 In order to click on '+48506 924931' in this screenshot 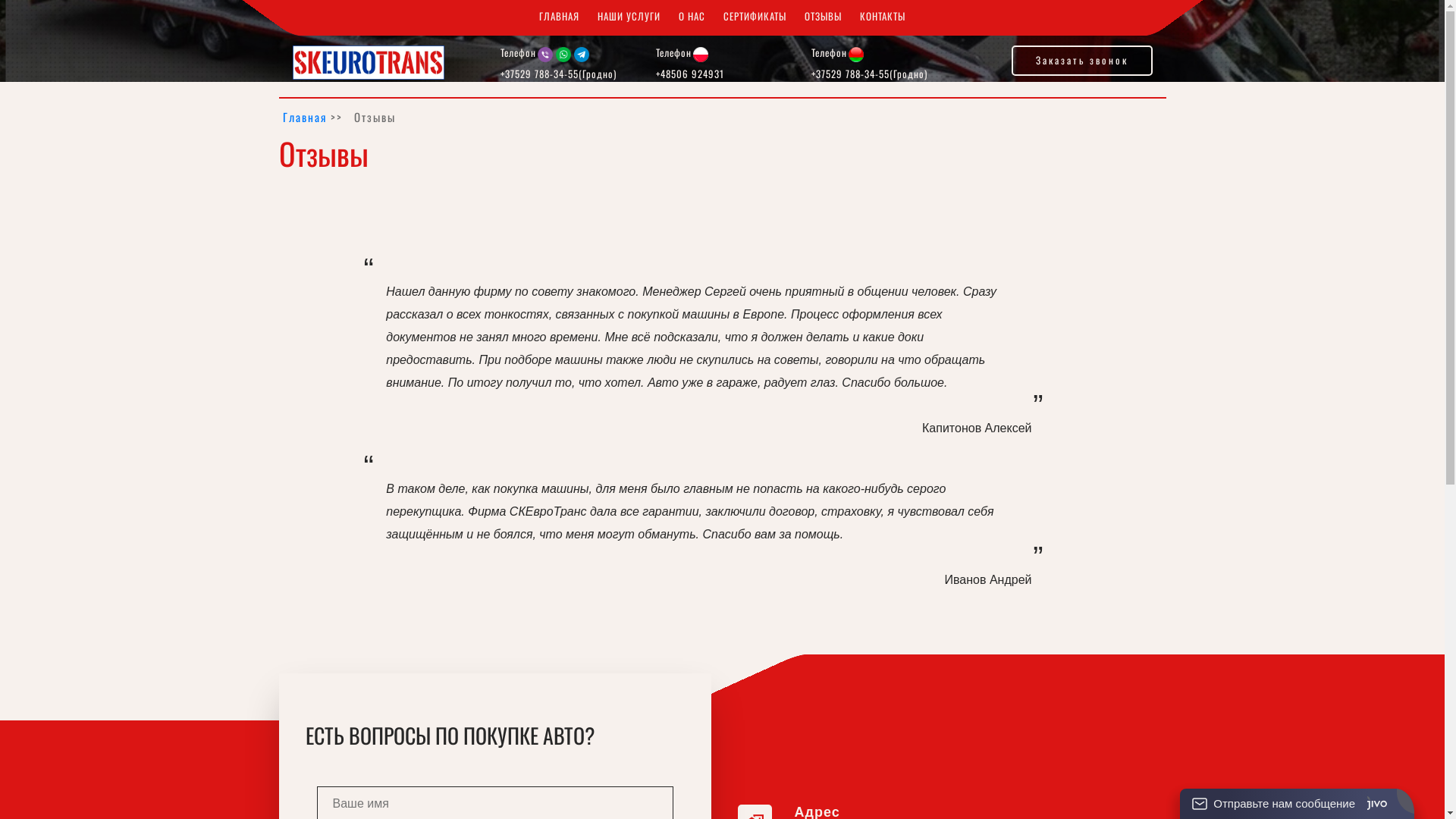, I will do `click(689, 73)`.